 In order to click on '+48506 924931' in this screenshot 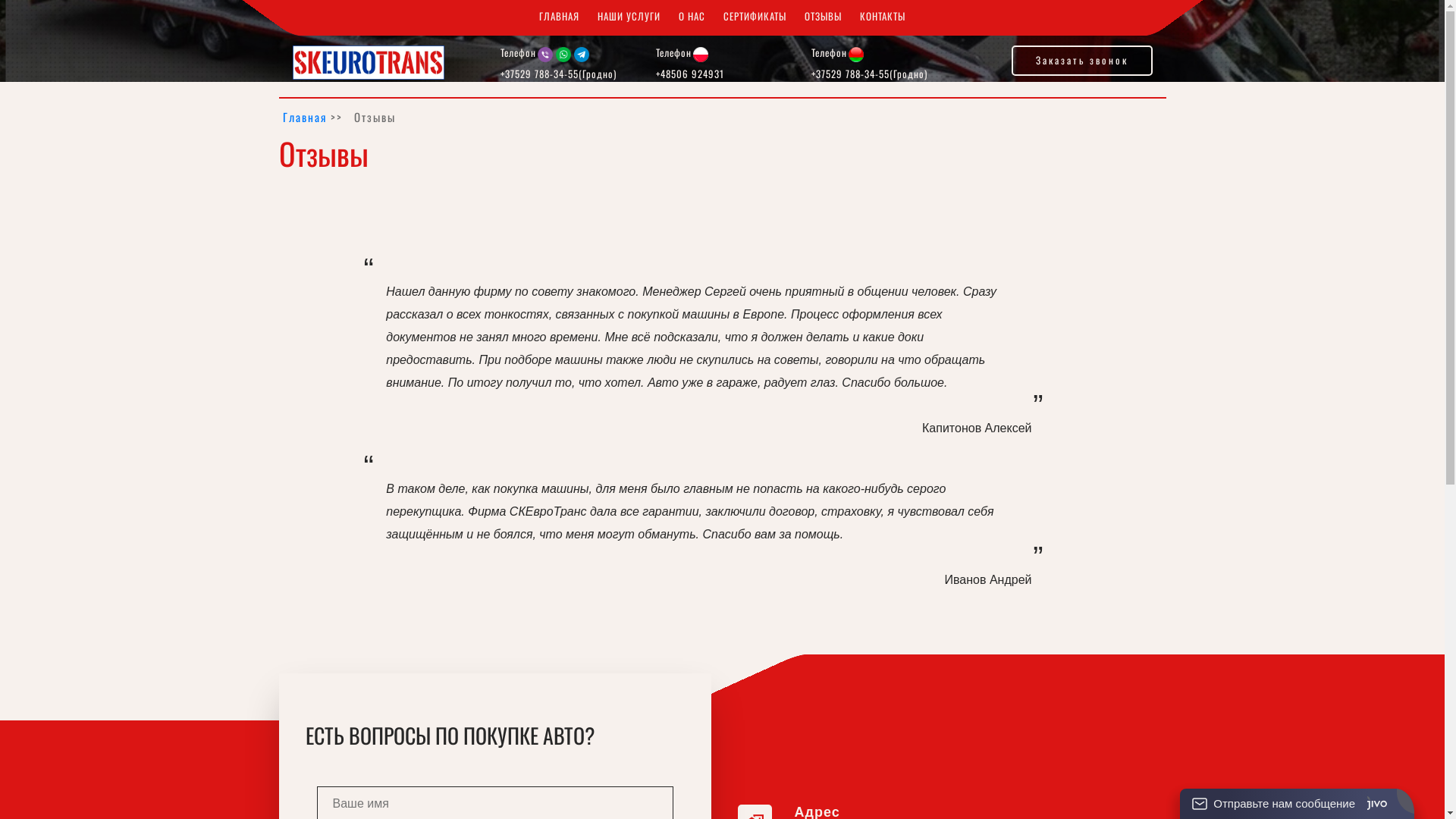, I will do `click(689, 73)`.